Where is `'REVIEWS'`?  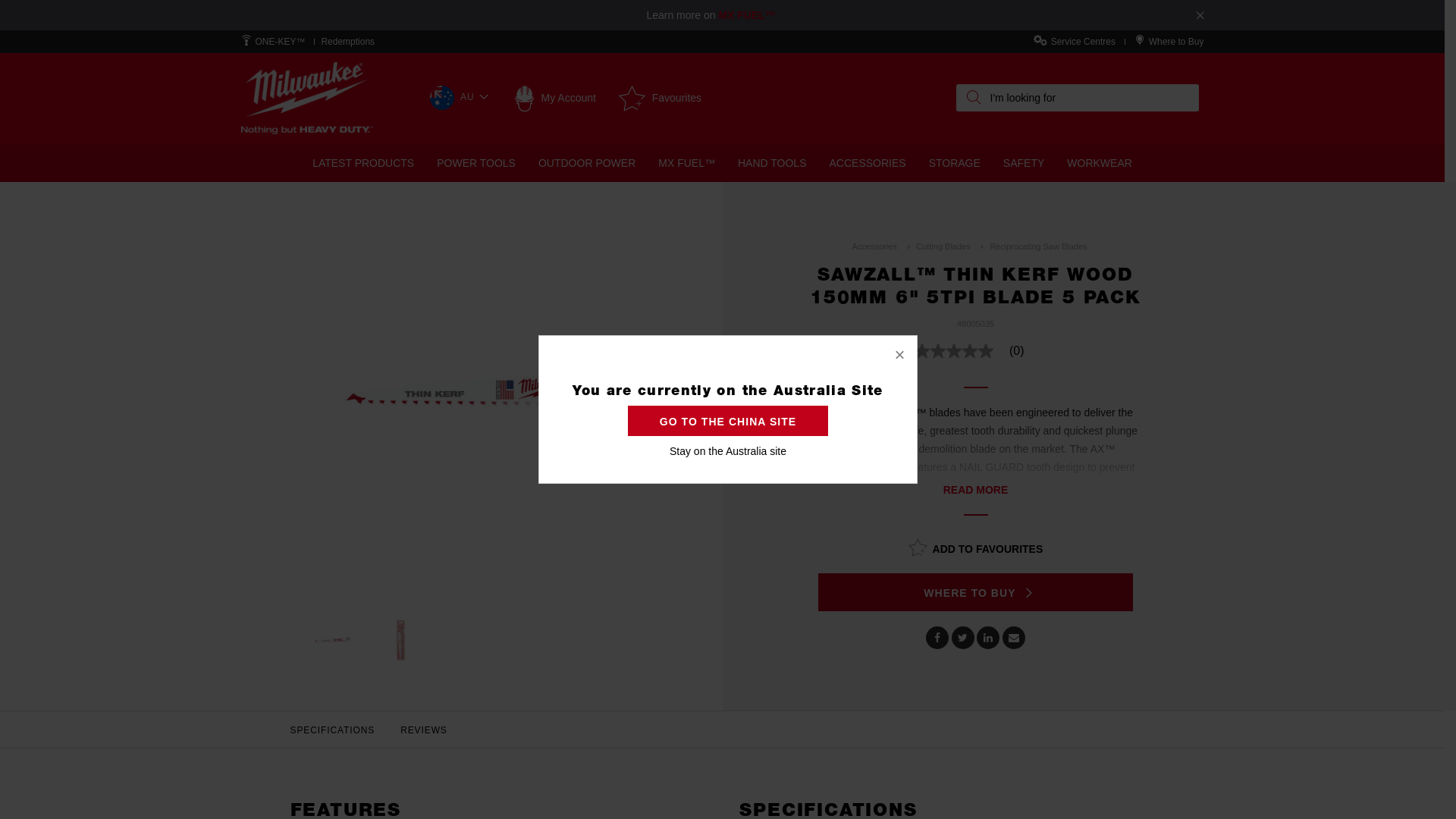
'REVIEWS' is located at coordinates (423, 730).